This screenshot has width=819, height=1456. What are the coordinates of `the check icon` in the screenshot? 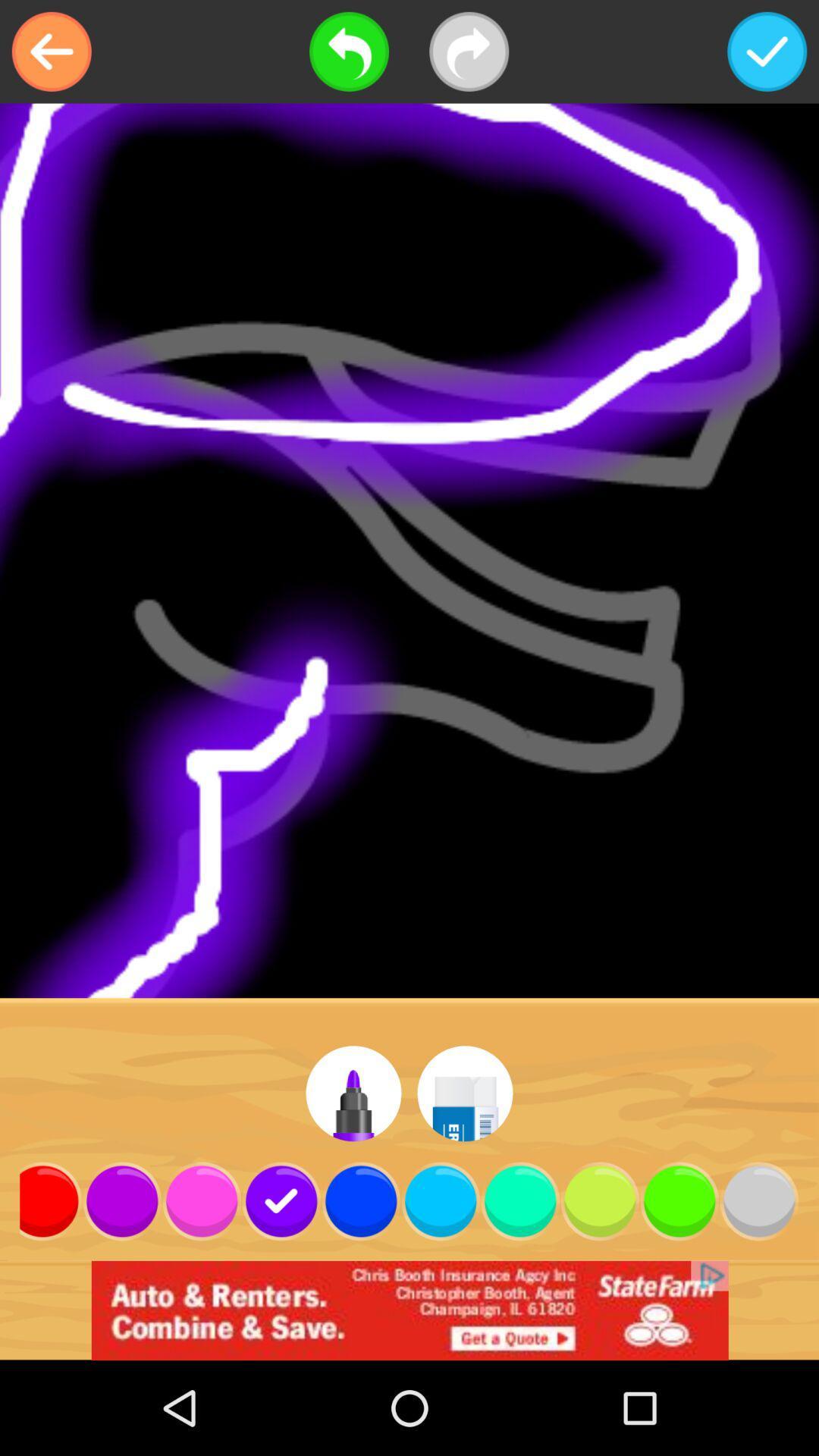 It's located at (767, 52).